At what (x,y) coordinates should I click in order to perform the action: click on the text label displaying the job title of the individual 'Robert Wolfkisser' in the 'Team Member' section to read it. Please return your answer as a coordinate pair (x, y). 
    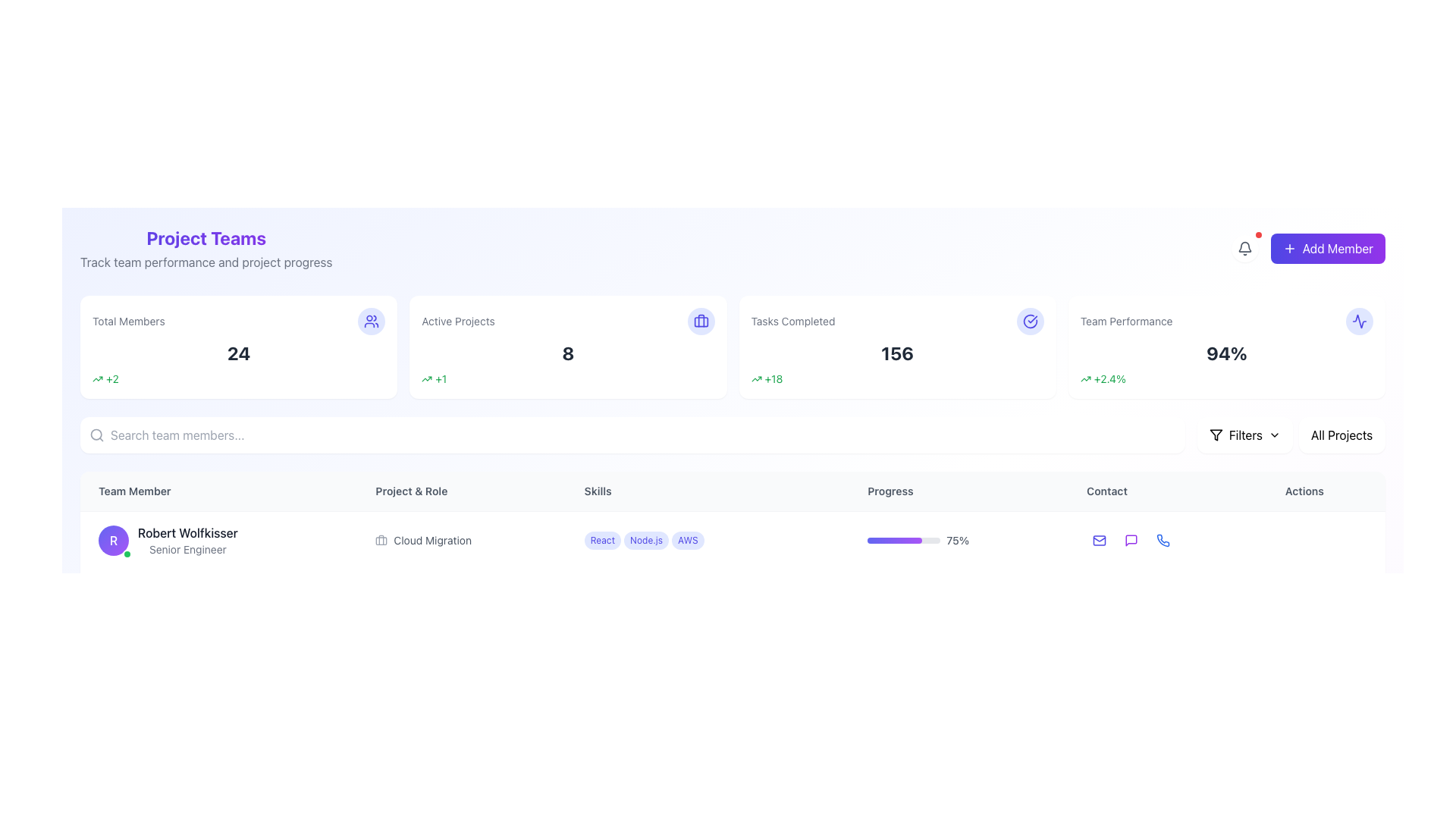
    Looking at the image, I should click on (187, 550).